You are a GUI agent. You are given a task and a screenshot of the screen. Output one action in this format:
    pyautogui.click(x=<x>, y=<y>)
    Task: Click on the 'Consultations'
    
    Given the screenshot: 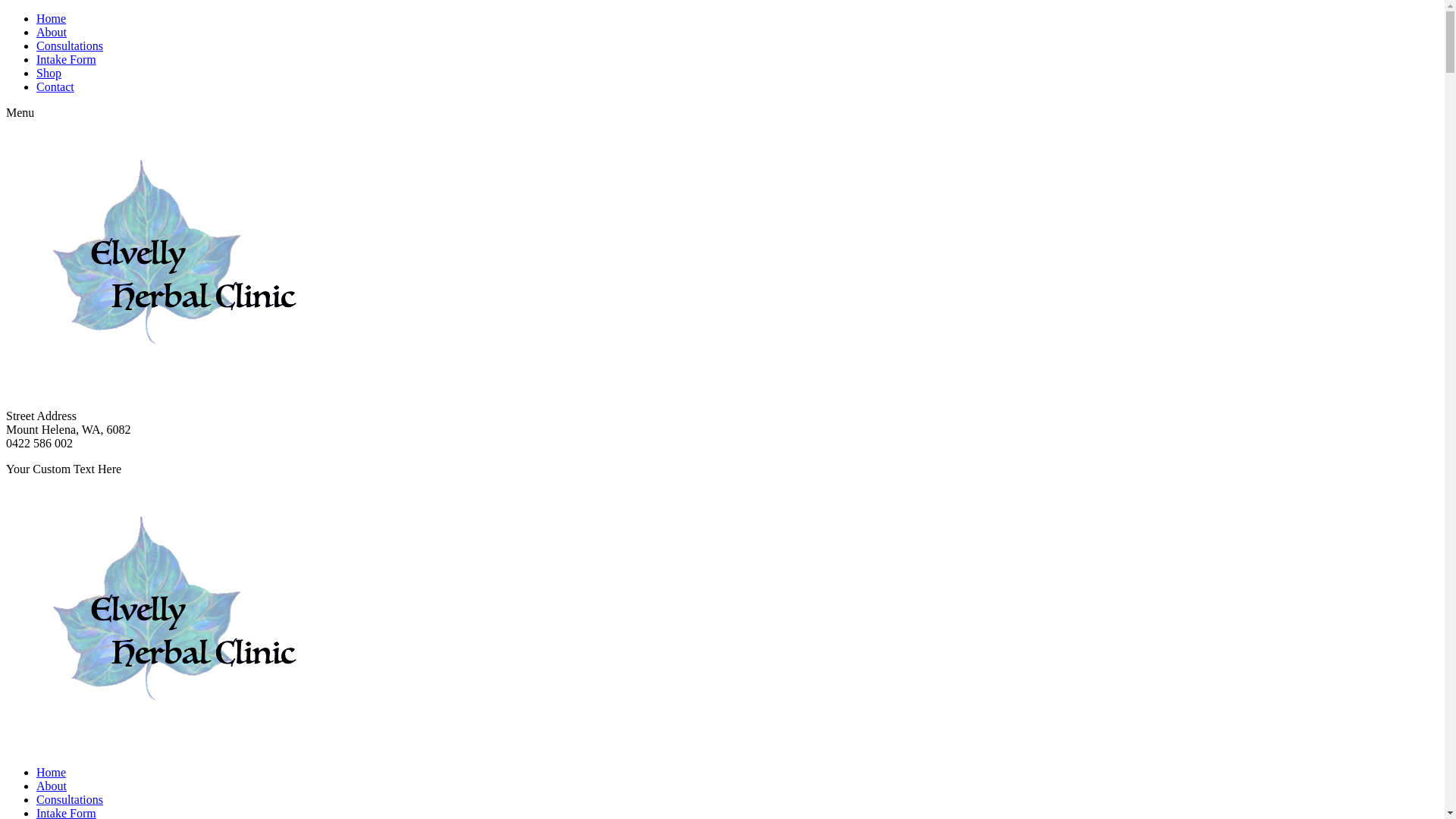 What is the action you would take?
    pyautogui.click(x=68, y=799)
    